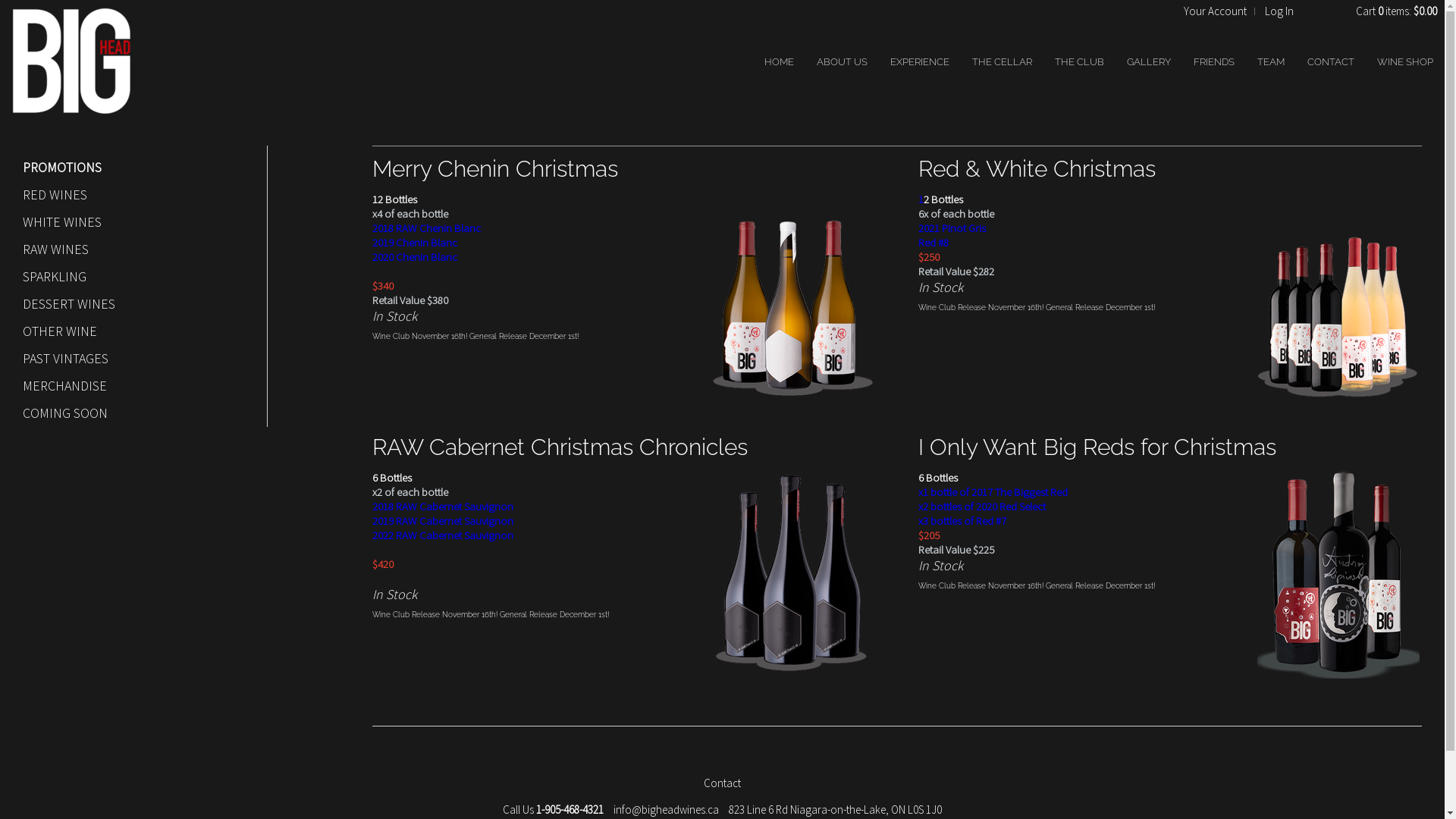 The width and height of the screenshot is (1456, 819). Describe the element at coordinates (1078, 61) in the screenshot. I see `'THE CLUB'` at that location.